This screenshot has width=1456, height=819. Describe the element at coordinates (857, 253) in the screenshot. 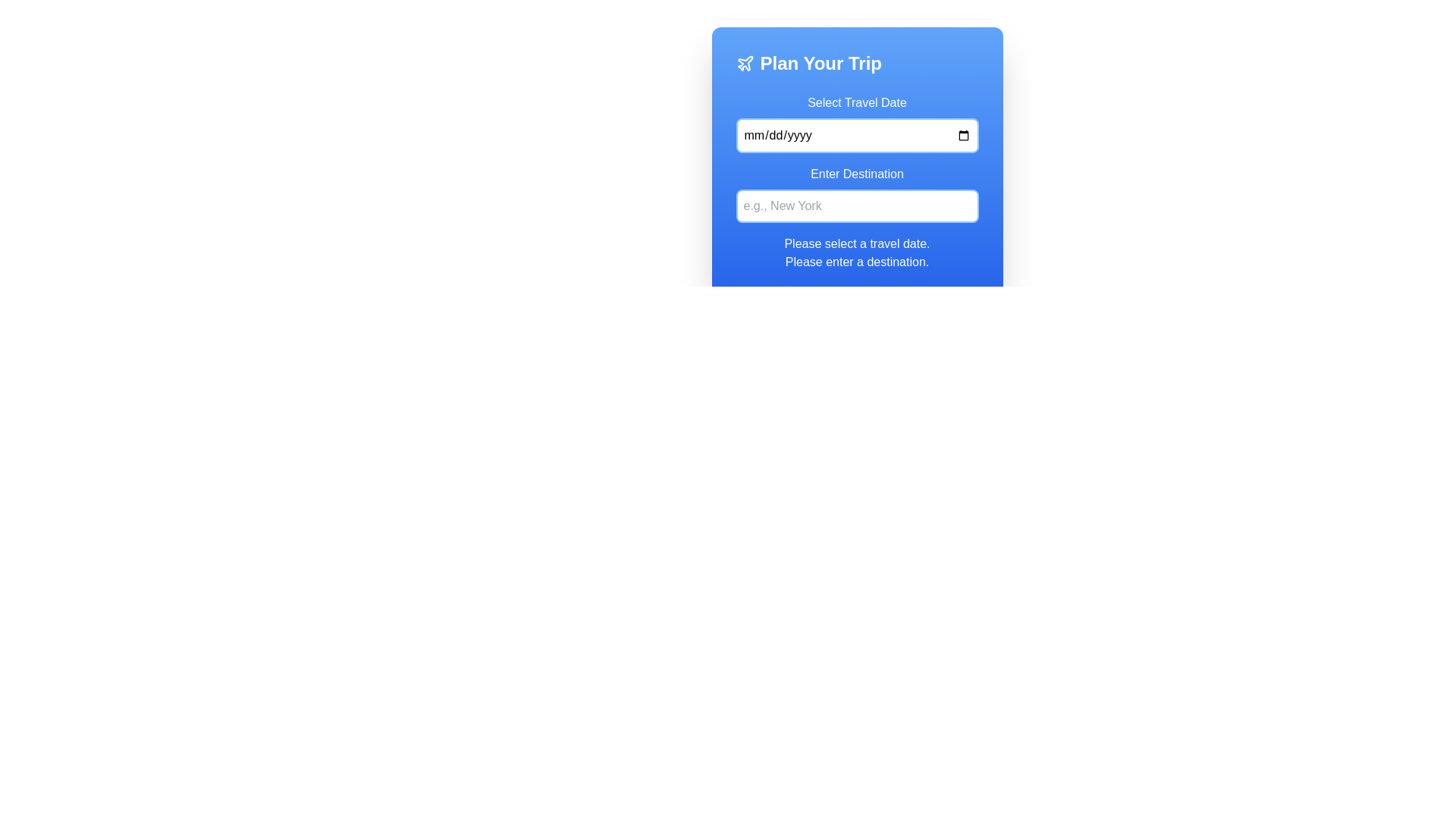

I see `the guidance or error message text located at the bottom of the 'Plan Your Trip' card, below the input fields for 'Enter Destination'` at that location.